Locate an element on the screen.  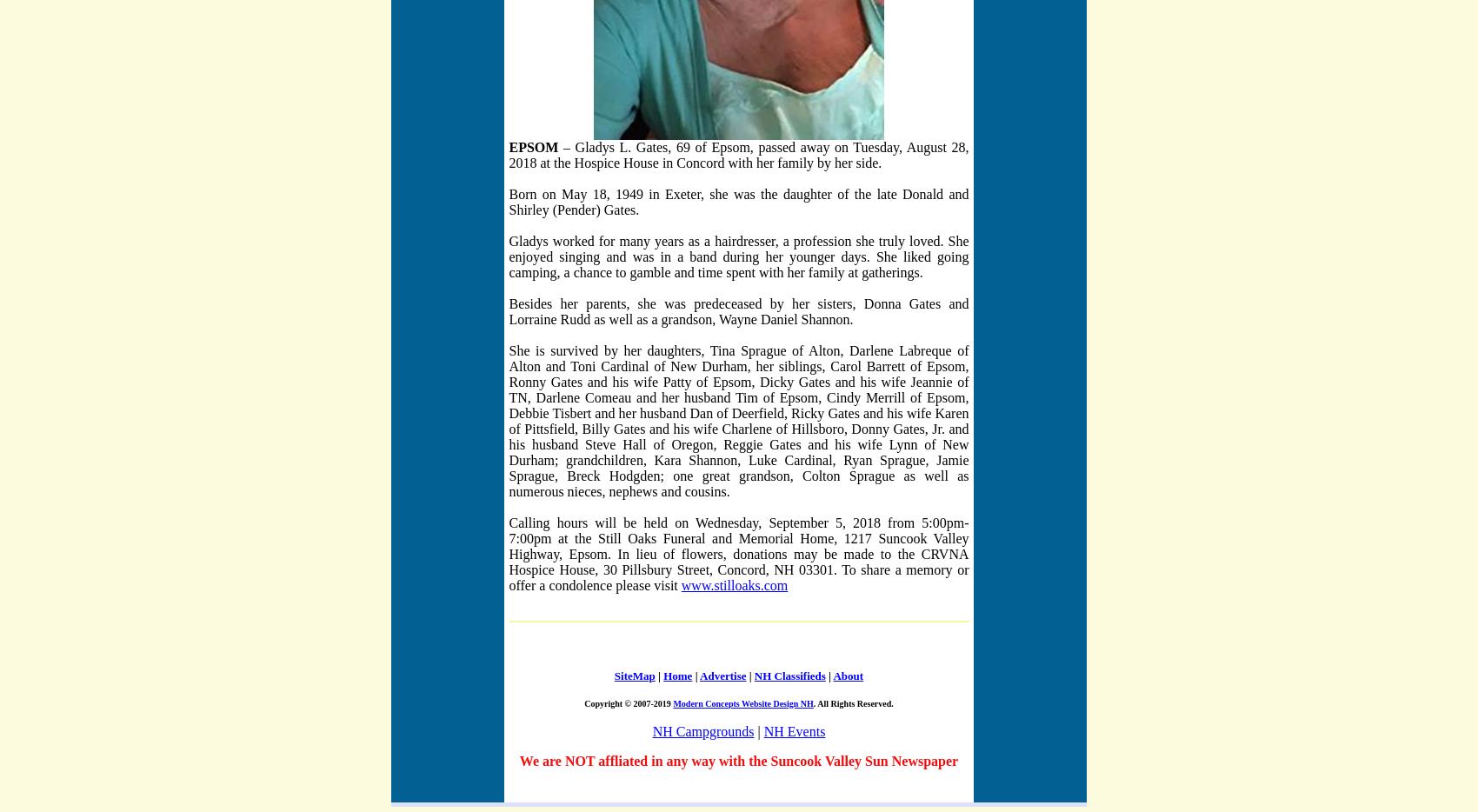
'EPSOM' is located at coordinates (532, 146).